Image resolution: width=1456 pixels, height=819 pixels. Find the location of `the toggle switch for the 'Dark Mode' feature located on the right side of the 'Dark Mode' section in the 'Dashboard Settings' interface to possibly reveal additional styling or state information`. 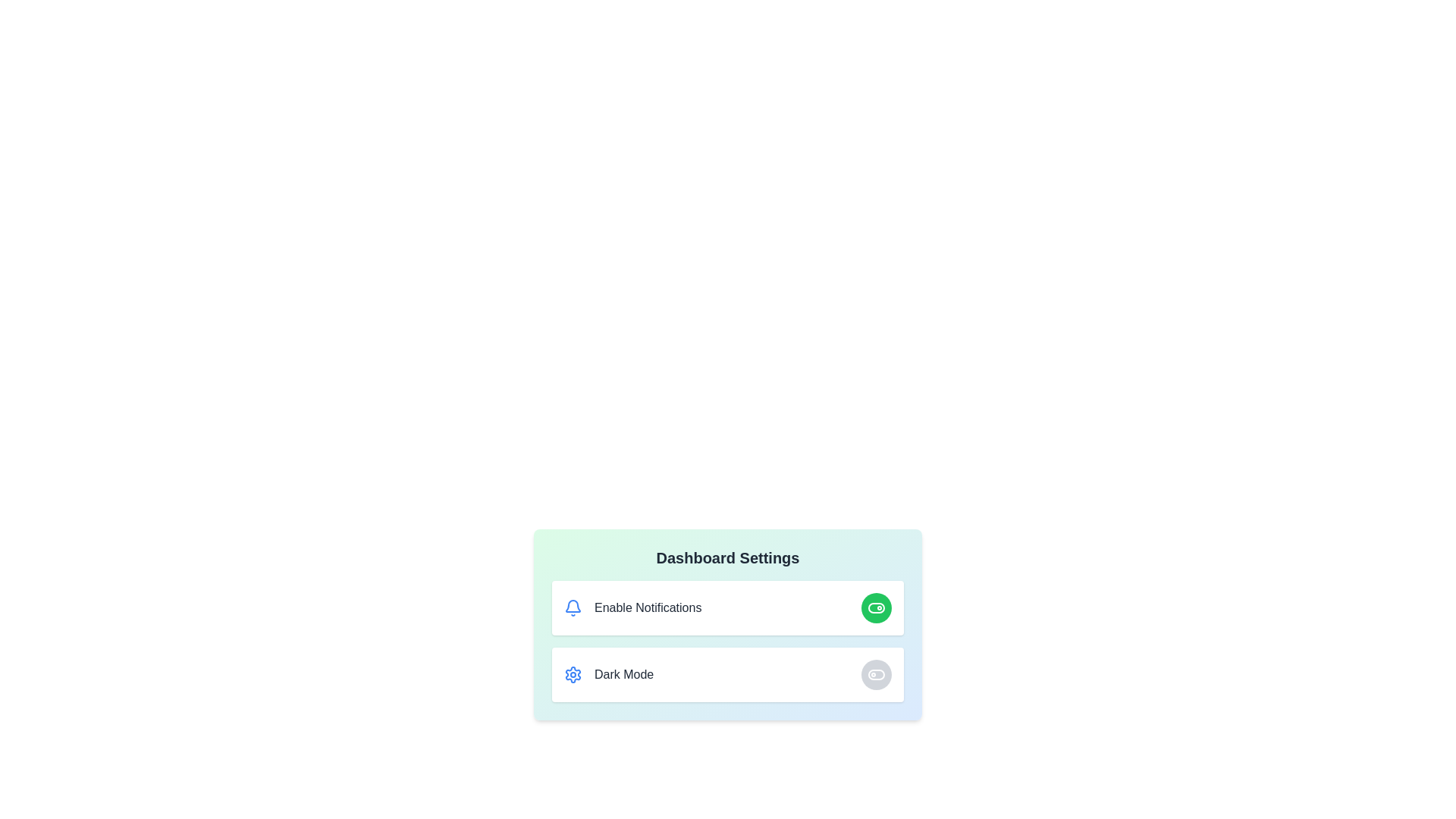

the toggle switch for the 'Dark Mode' feature located on the right side of the 'Dark Mode' section in the 'Dashboard Settings' interface to possibly reveal additional styling or state information is located at coordinates (877, 674).